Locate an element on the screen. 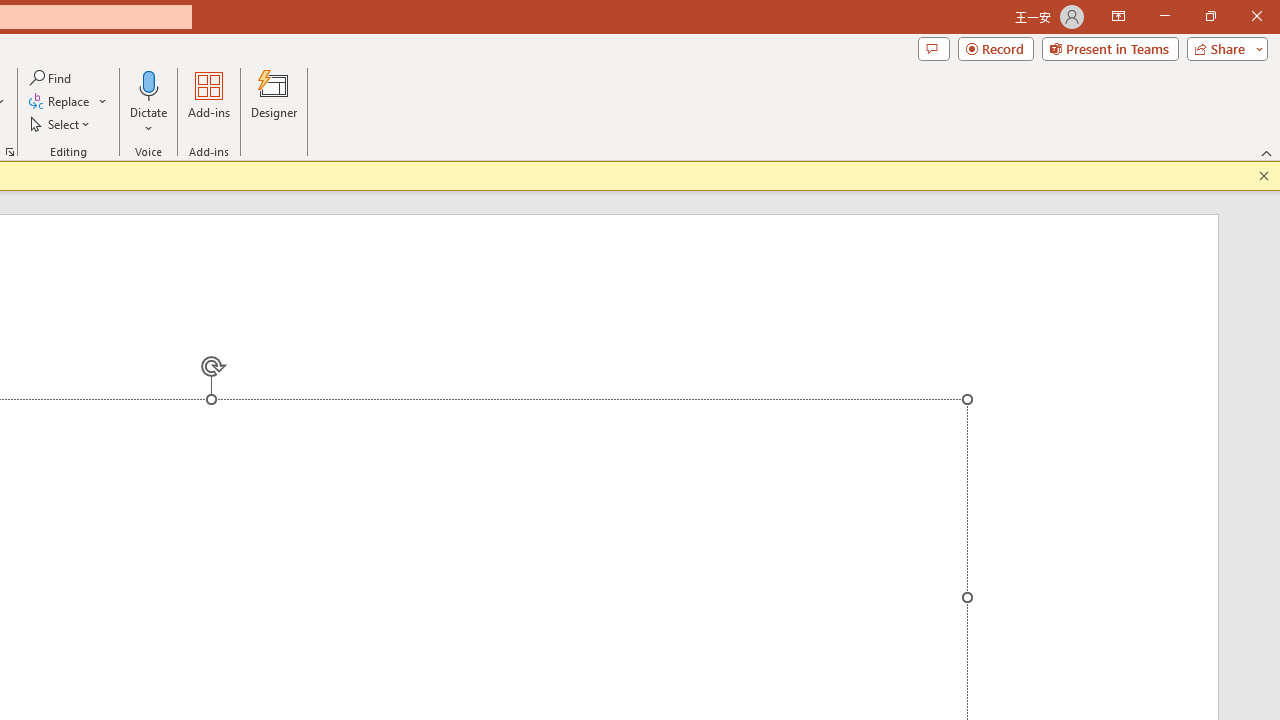  'Present in Teams' is located at coordinates (1109, 47).